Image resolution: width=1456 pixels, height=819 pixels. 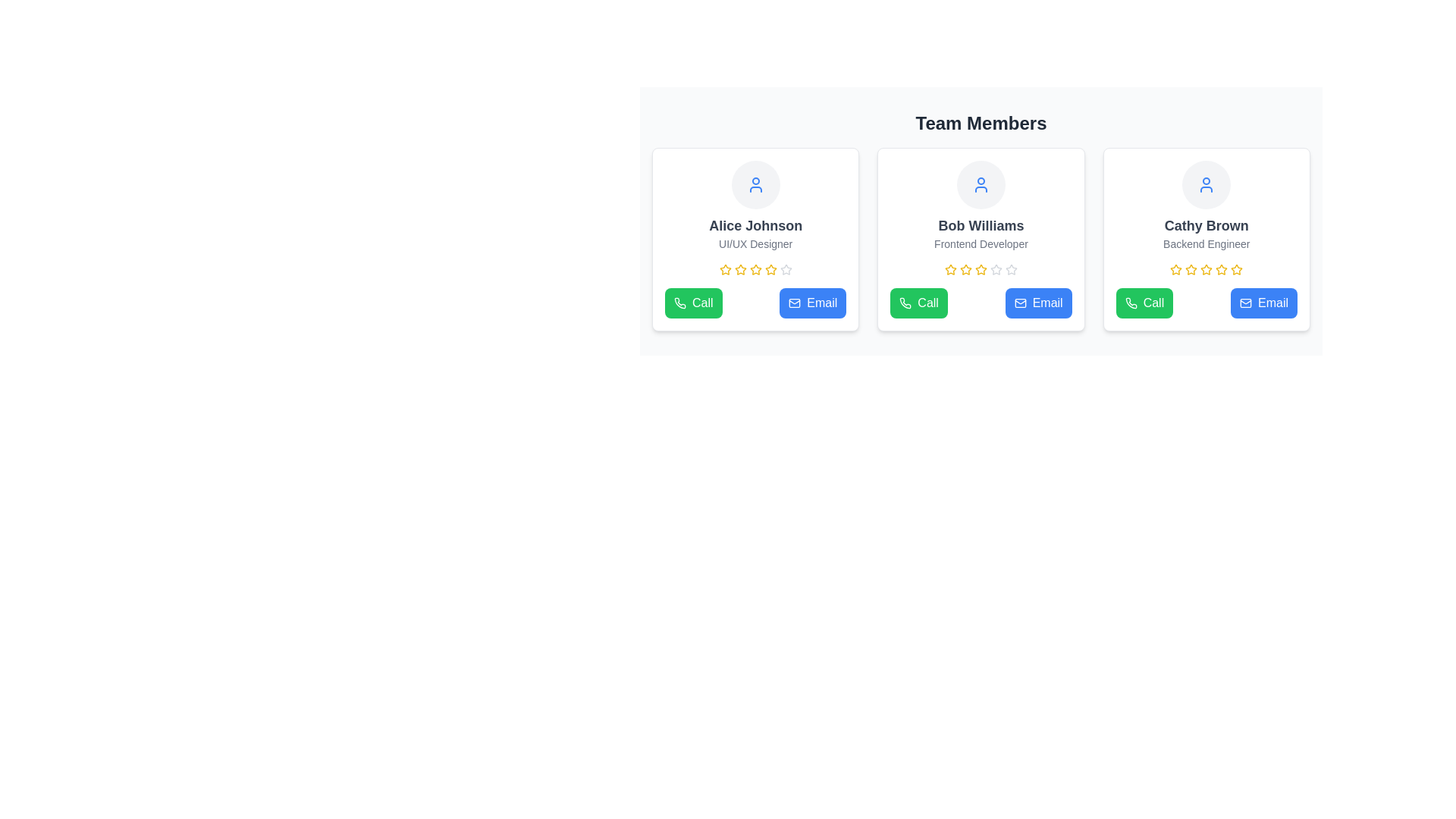 I want to click on the fourth star icon in the five-star rating system located beneath the 'Alice Johnson' profile card, so click(x=770, y=268).